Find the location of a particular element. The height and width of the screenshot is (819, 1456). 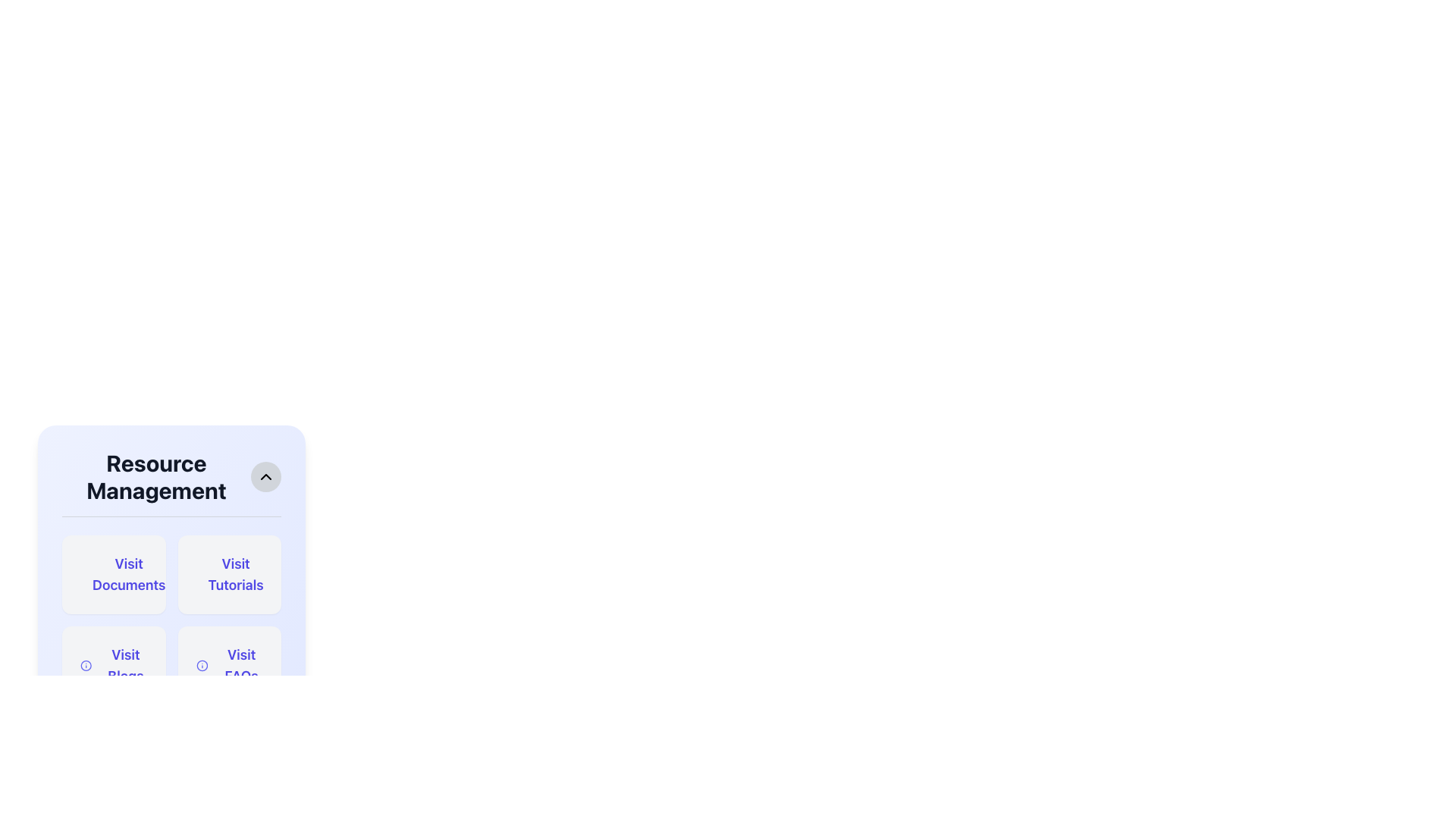

the Icon Button located at the top right corner of the Resource Management section to observe the background color change is located at coordinates (265, 475).